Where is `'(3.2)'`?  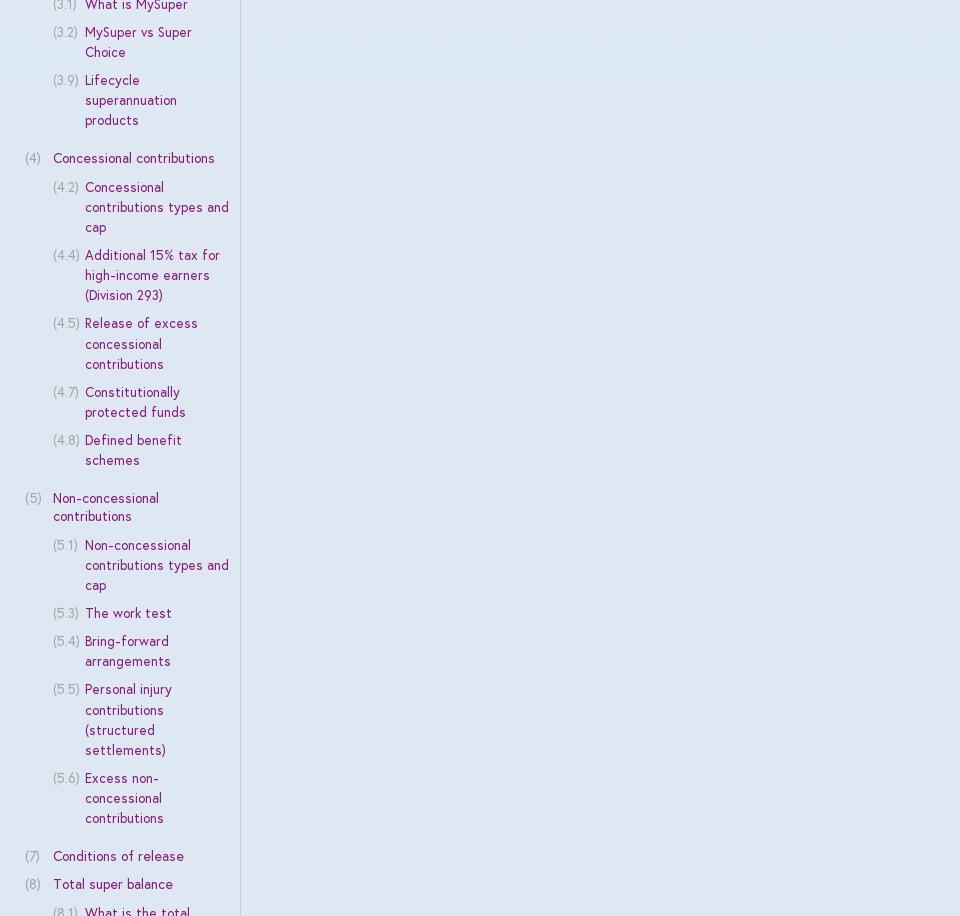 '(3.2)' is located at coordinates (64, 30).